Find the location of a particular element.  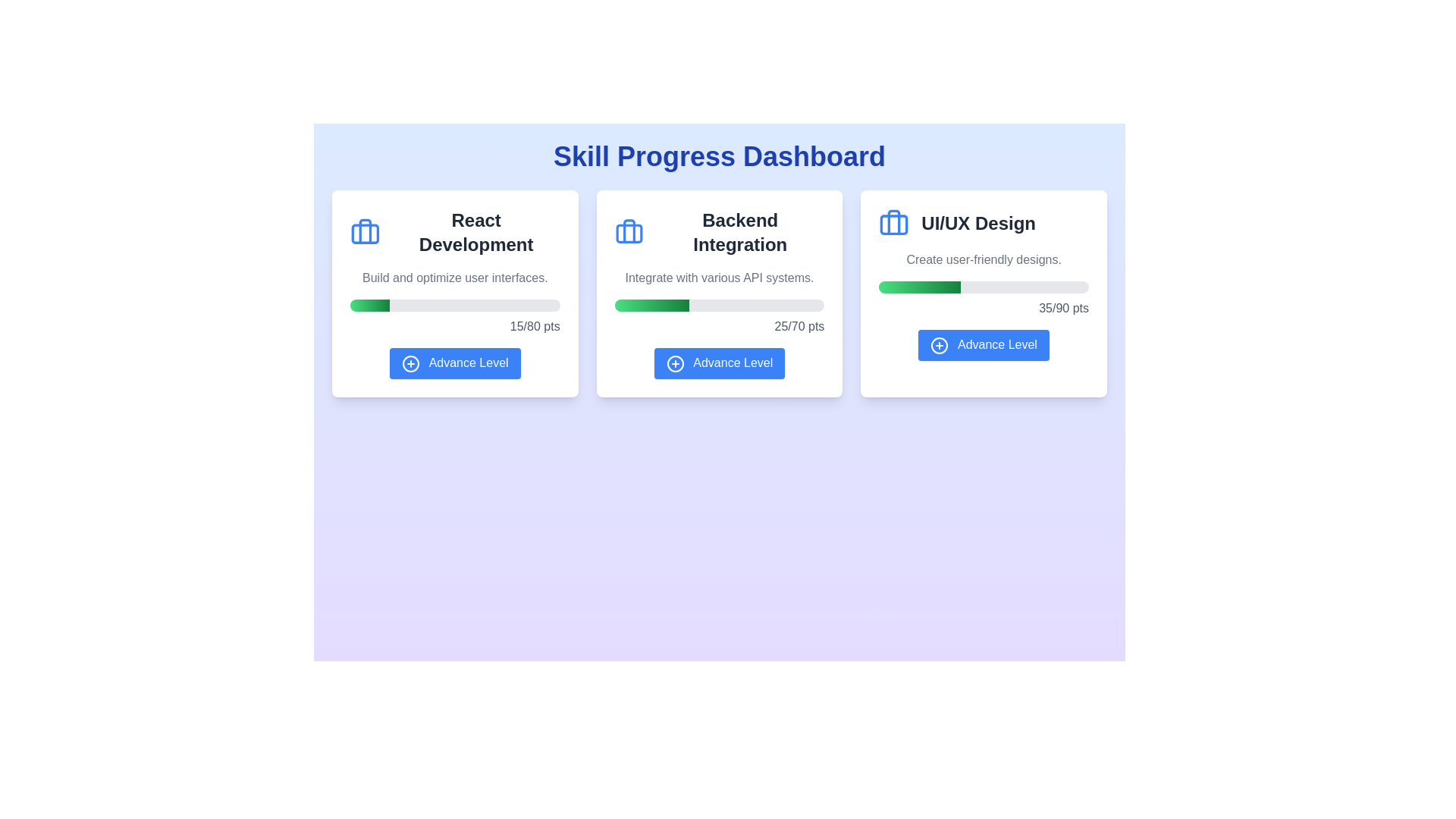

text 'React Development' which is displayed in bold within a white rounded rectangular card, positioned in the first column of a three-column layout is located at coordinates (454, 233).